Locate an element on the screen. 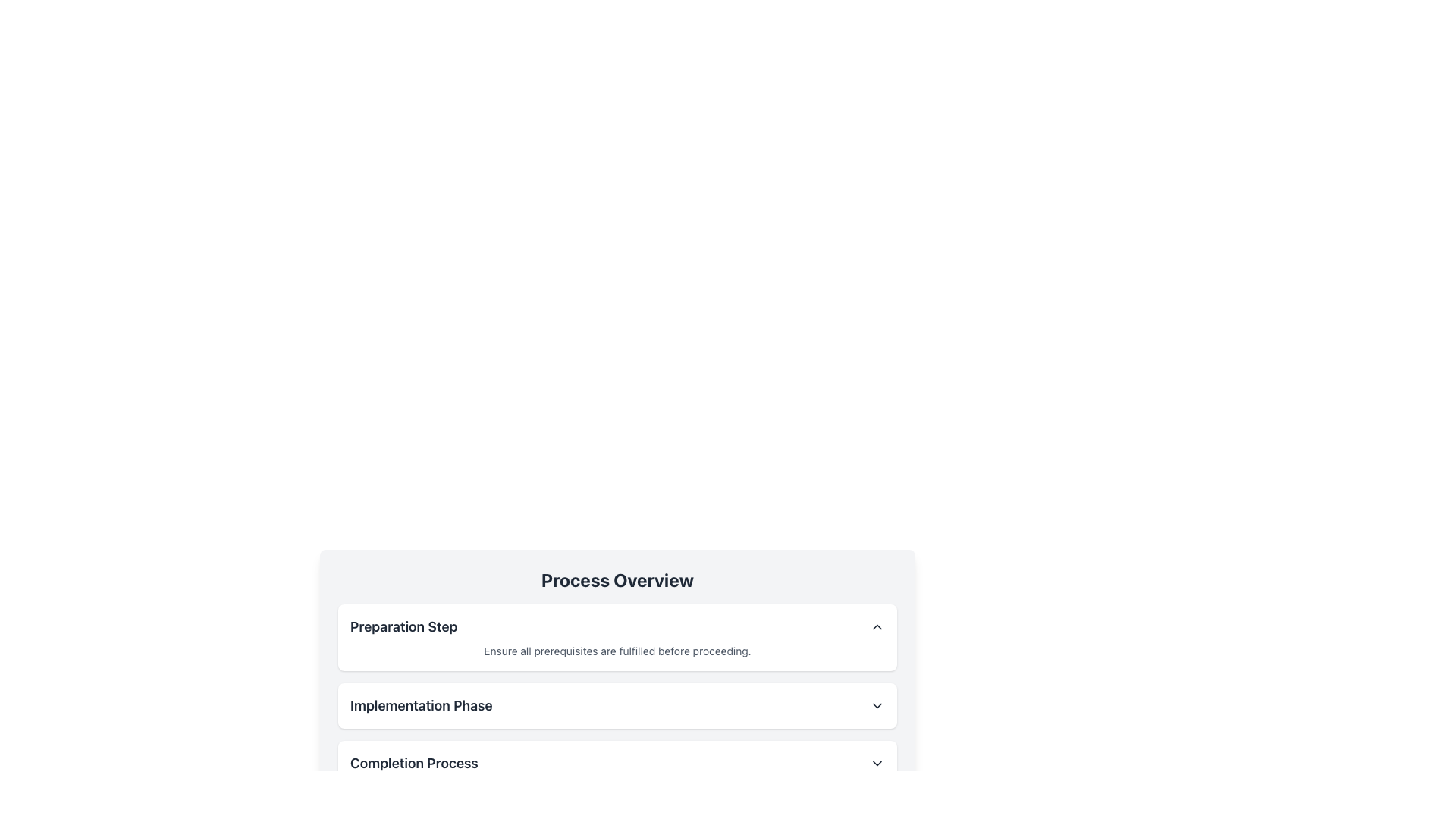  the text label displaying 'Completion Process' which is styled as a title or header in bold black font, located below 'Preparation Step' and 'Implementation Phase' is located at coordinates (414, 763).